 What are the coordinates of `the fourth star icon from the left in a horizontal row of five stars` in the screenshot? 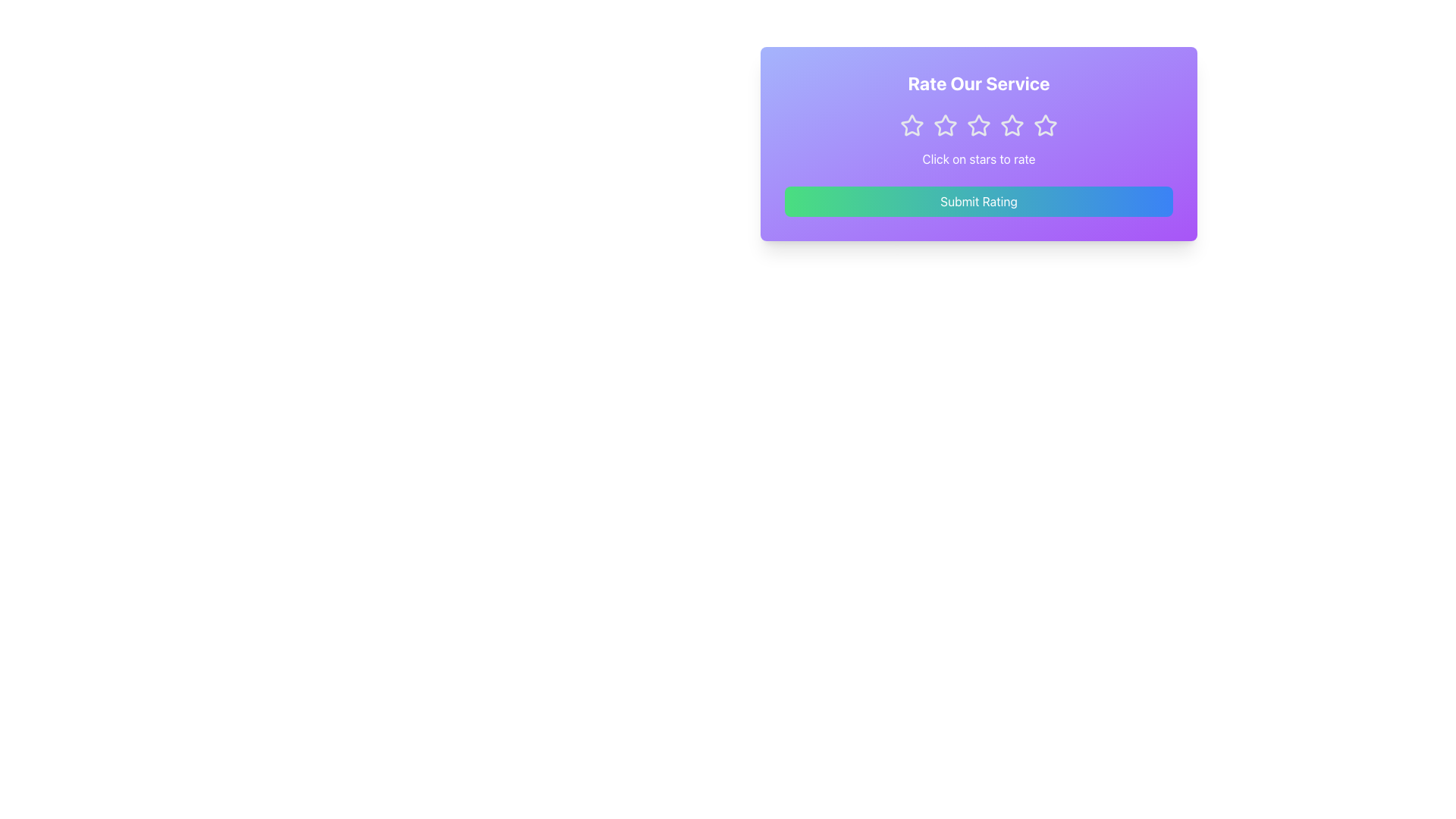 It's located at (1012, 124).